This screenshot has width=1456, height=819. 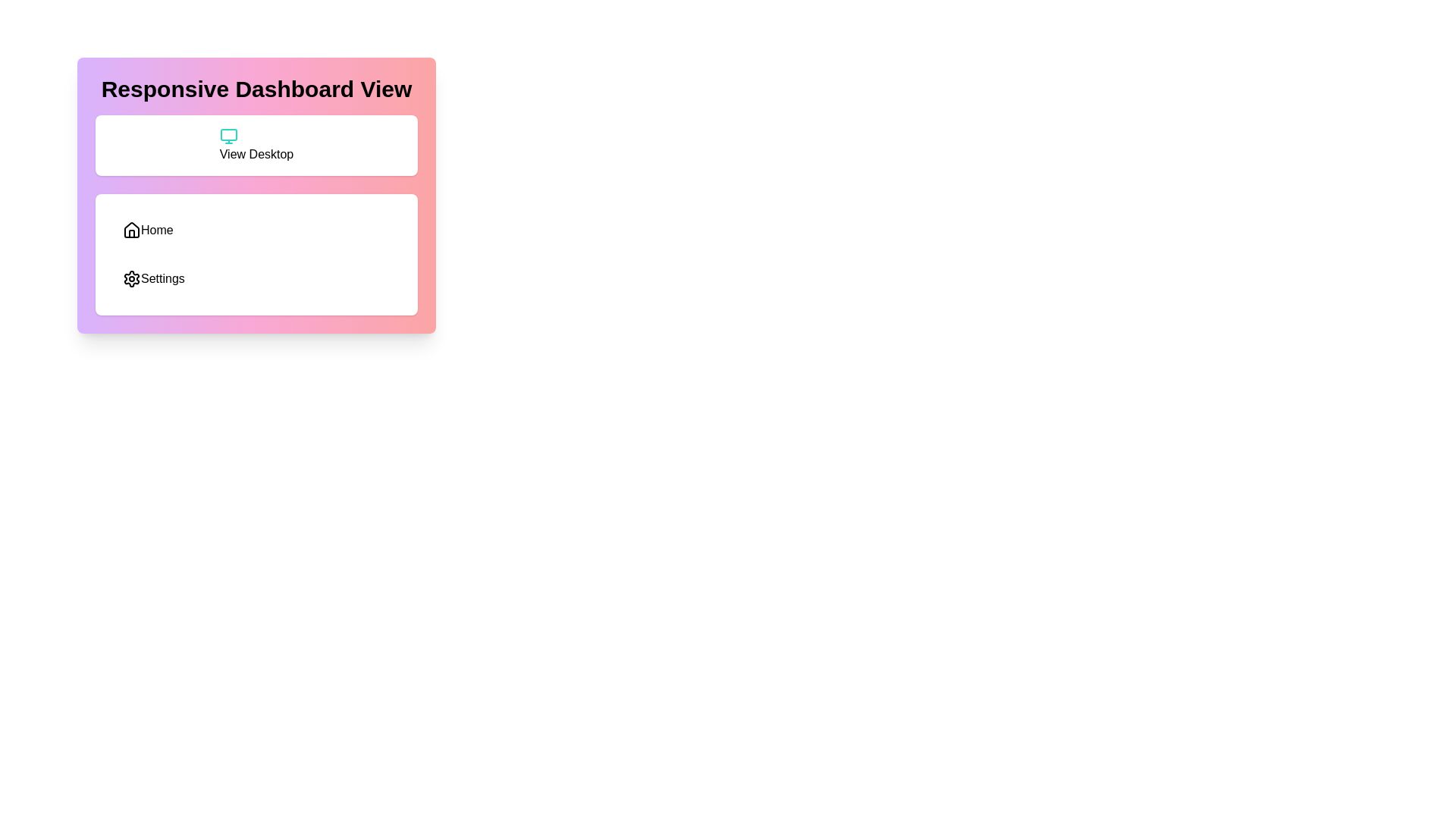 What do you see at coordinates (256, 146) in the screenshot?
I see `the informational text element featuring a teal monitor icon above the 'View Desktop' text, which is centered in a modern sans-serif font` at bounding box center [256, 146].